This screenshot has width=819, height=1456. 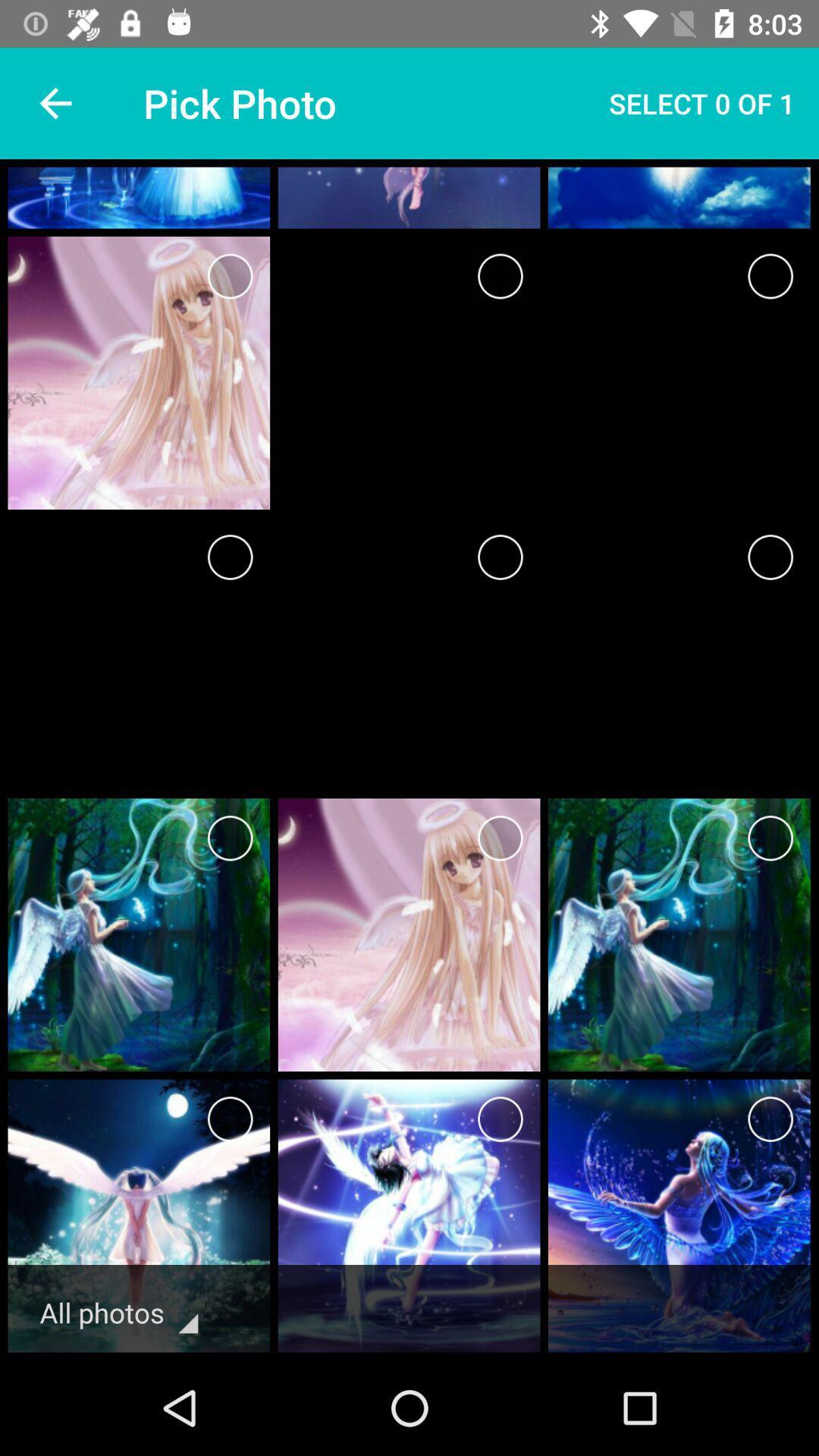 I want to click on photo, so click(x=770, y=556).